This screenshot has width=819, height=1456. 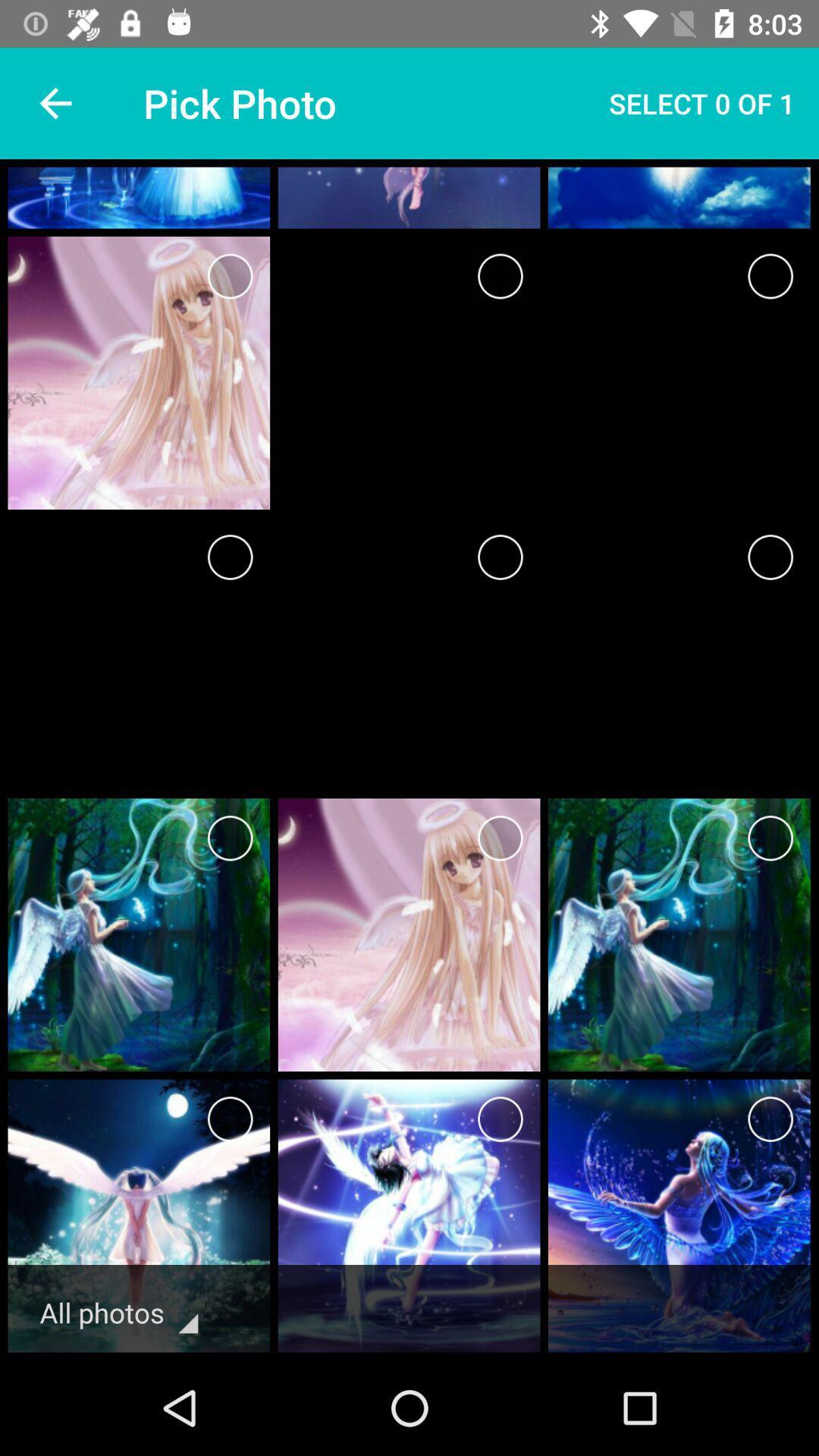 I want to click on photo, so click(x=770, y=556).